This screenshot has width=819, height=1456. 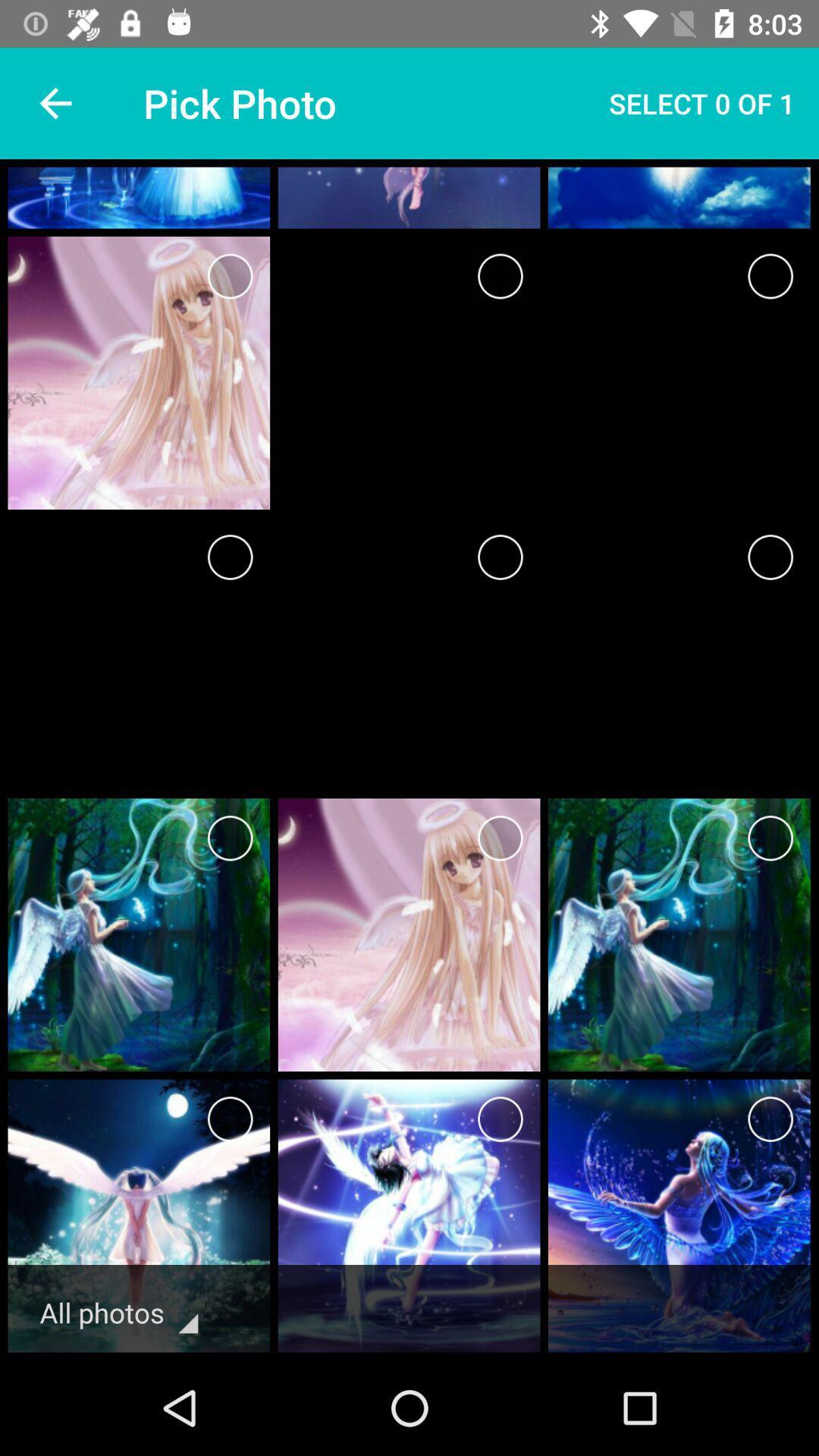 I want to click on photo, so click(x=770, y=556).